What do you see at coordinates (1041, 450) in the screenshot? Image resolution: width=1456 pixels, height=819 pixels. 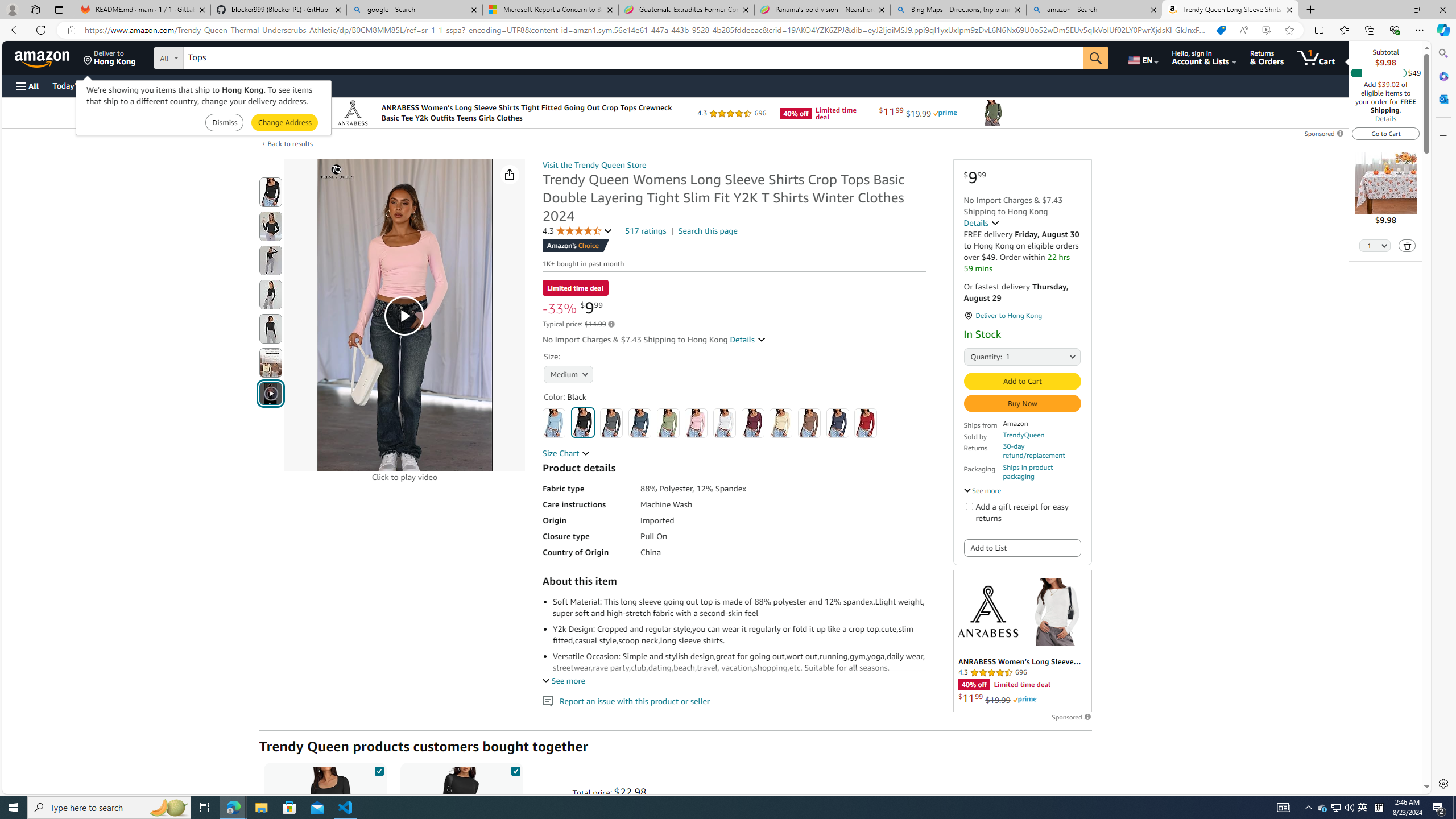 I see `'30-day refund/replacement'` at bounding box center [1041, 450].